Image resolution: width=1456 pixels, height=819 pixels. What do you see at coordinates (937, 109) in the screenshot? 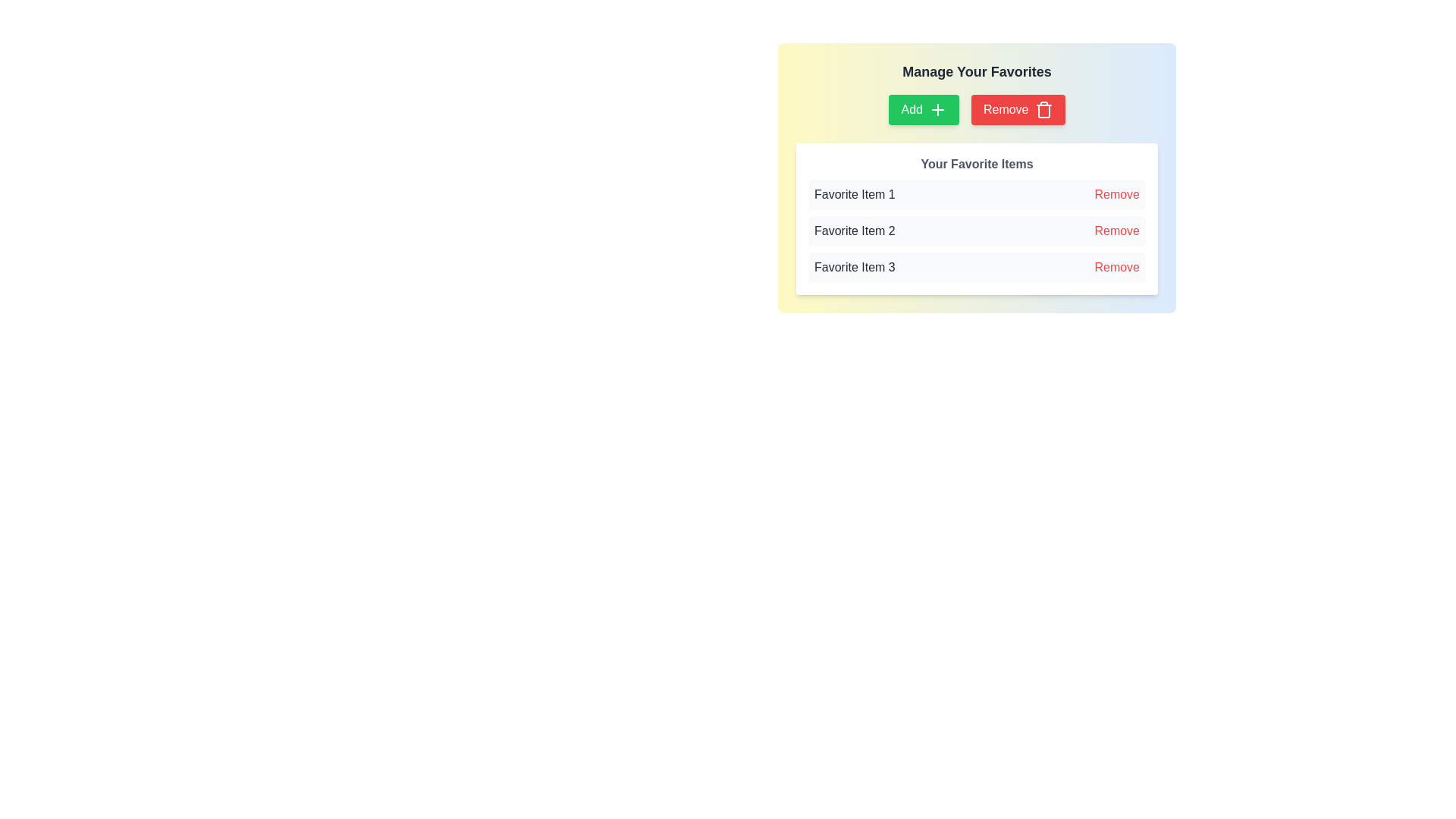
I see `the plus-shaped icon within the green 'Add' button located at the top-center of the 'Manage Your Favorites' panel` at bounding box center [937, 109].